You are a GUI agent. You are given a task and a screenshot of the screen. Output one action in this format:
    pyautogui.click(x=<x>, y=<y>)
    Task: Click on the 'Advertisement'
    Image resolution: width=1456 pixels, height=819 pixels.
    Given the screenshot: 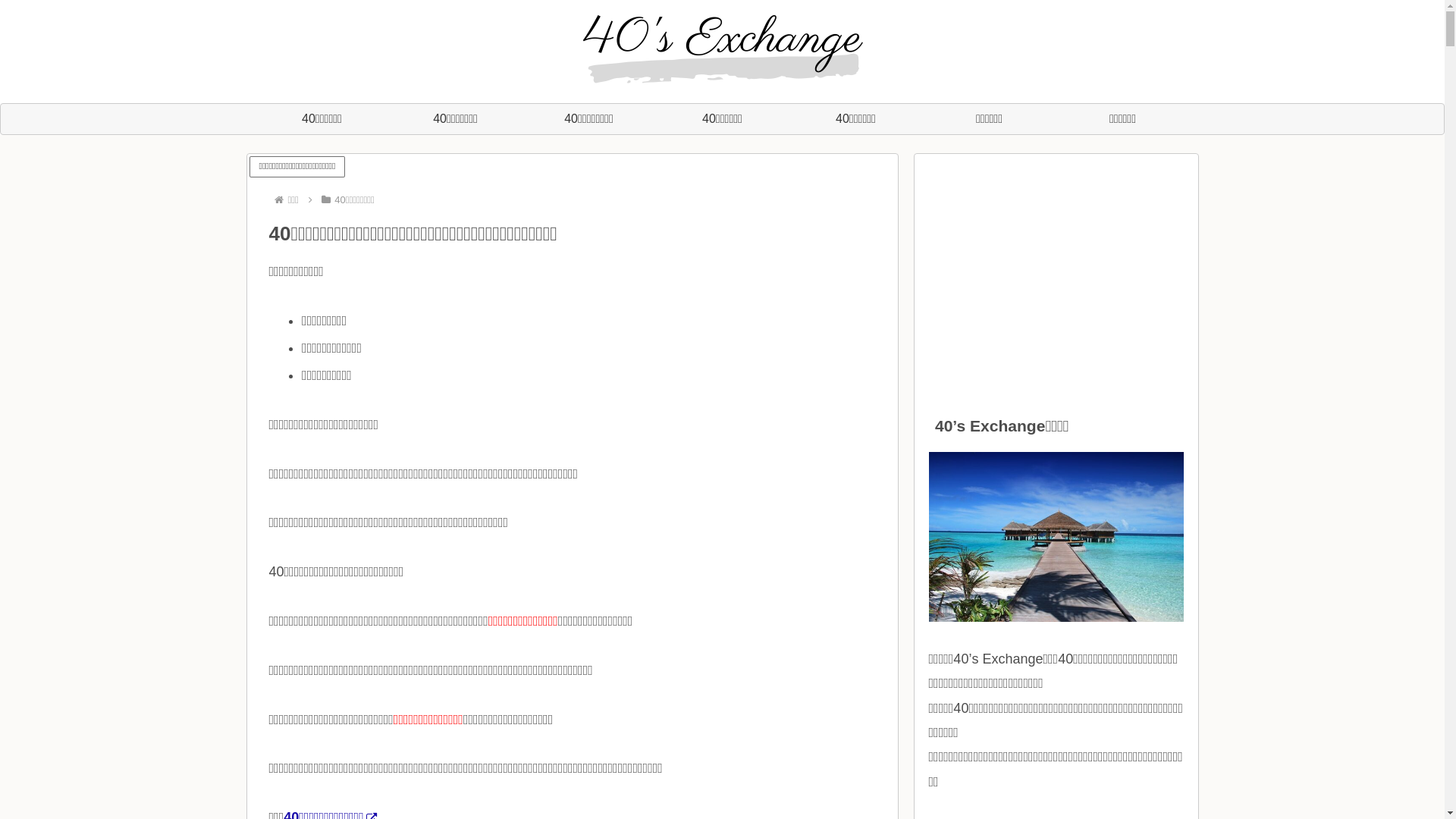 What is the action you would take?
    pyautogui.click(x=1055, y=275)
    